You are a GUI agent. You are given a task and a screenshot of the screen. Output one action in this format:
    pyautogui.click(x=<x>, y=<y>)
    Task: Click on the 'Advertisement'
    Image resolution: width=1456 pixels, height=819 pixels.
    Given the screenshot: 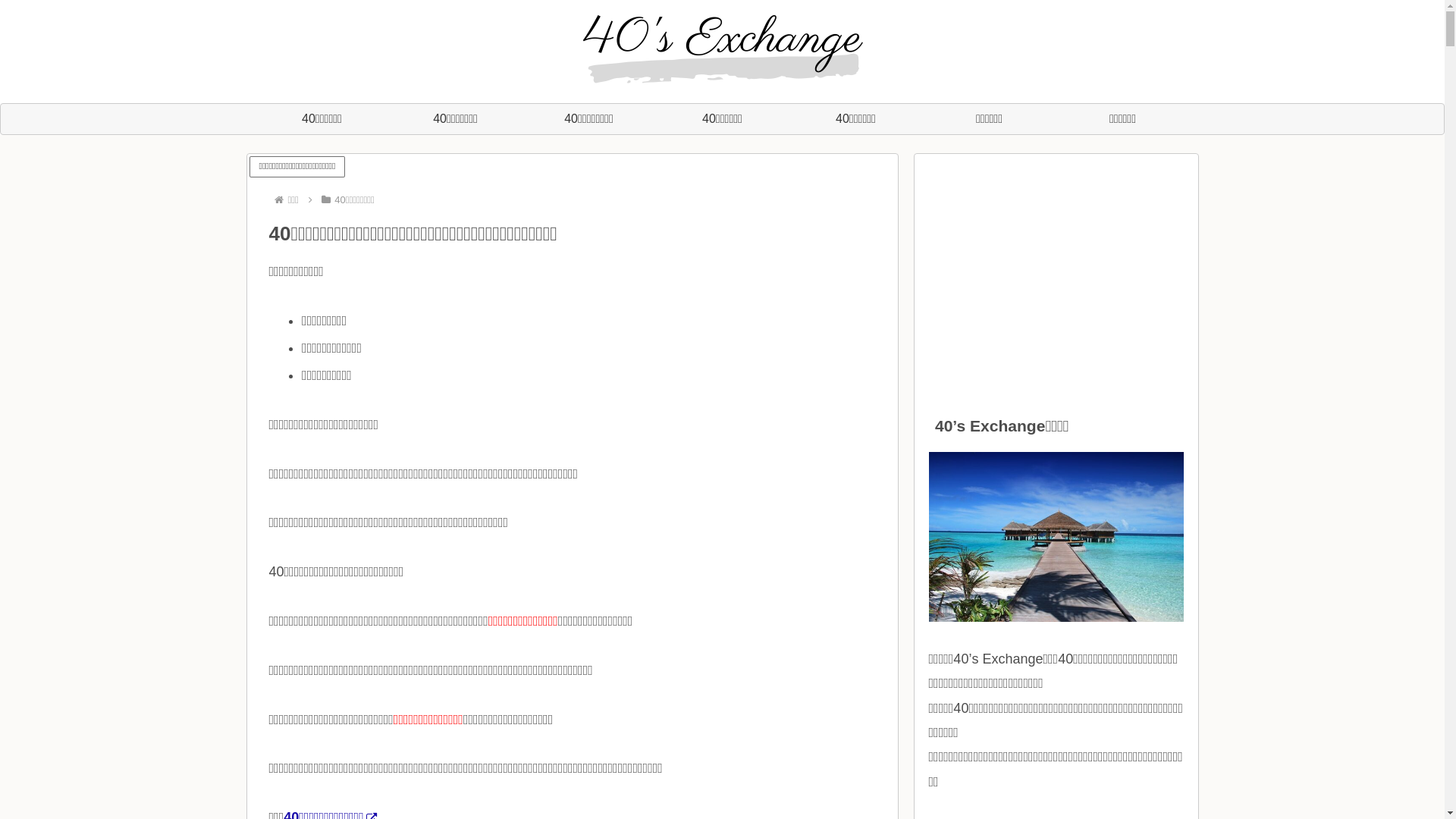 What is the action you would take?
    pyautogui.click(x=1055, y=275)
    